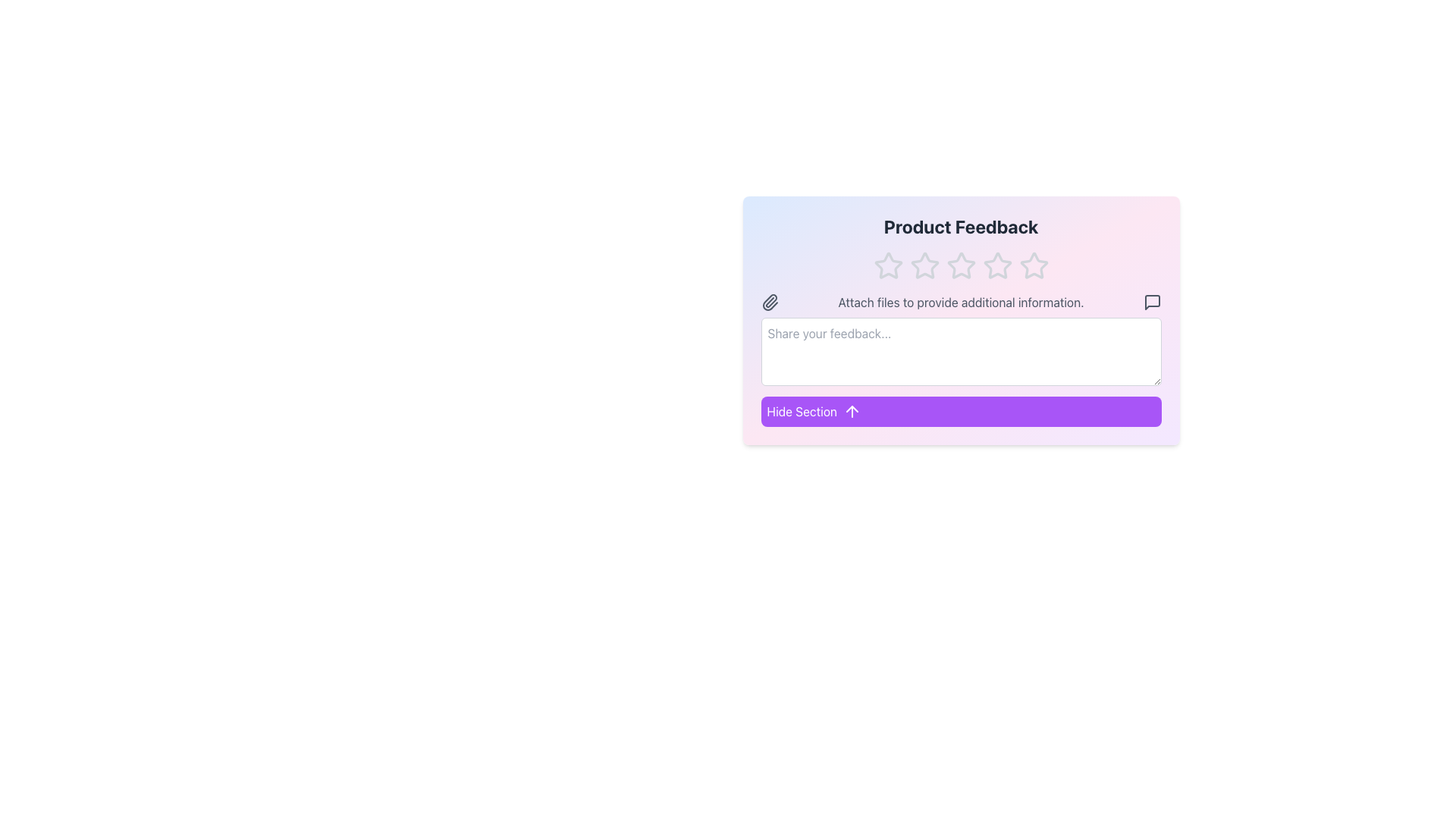 Image resolution: width=1456 pixels, height=819 pixels. What do you see at coordinates (960, 302) in the screenshot?
I see `text label located within the 'Product Feedback' section, positioned between a clip-shaped icon on the left and a message bubble icon on the right, below the star icons and above the large text input area` at bounding box center [960, 302].